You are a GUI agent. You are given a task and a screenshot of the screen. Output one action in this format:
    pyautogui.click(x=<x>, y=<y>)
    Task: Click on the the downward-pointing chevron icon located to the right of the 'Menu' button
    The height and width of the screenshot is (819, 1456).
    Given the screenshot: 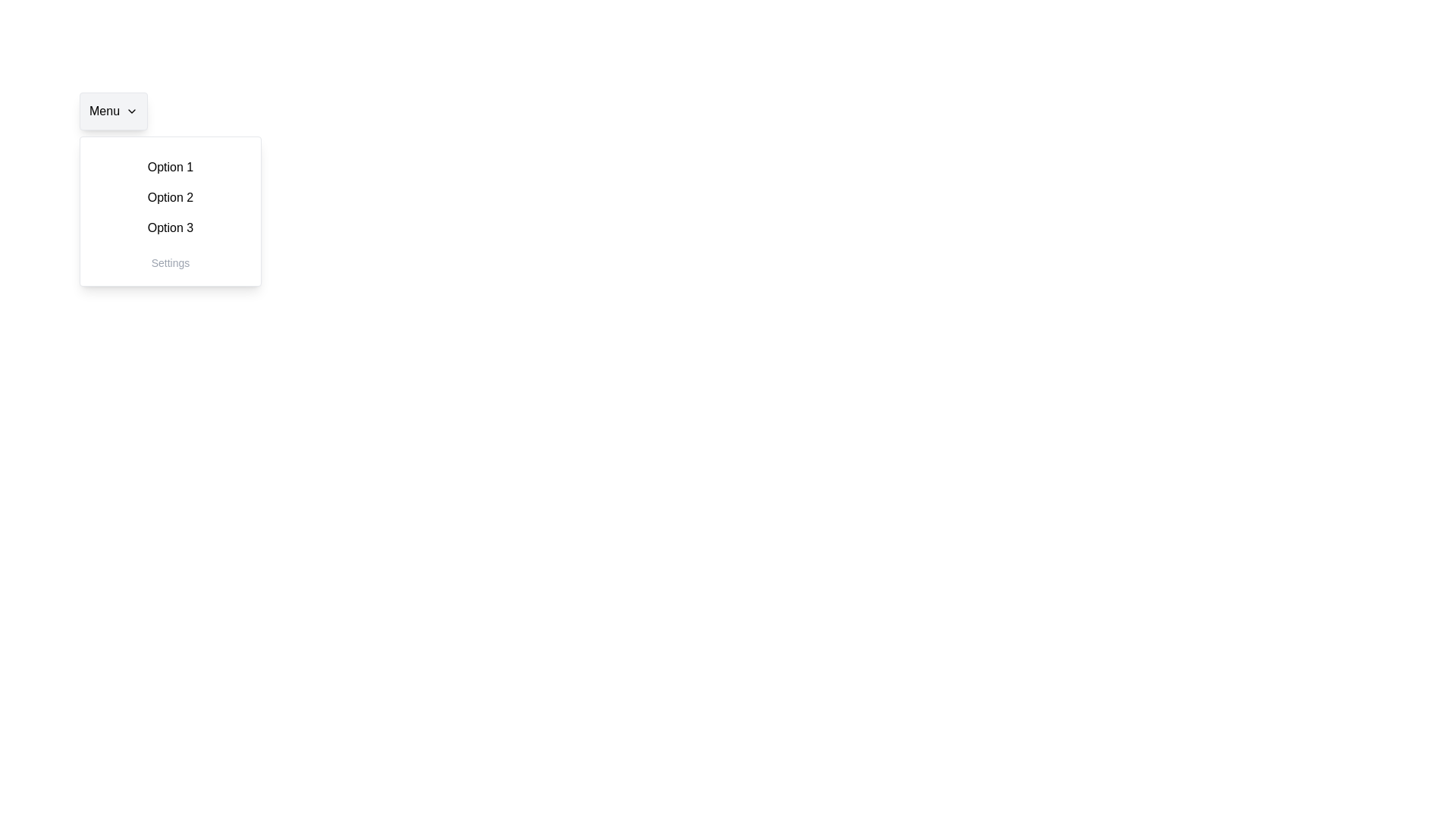 What is the action you would take?
    pyautogui.click(x=131, y=110)
    